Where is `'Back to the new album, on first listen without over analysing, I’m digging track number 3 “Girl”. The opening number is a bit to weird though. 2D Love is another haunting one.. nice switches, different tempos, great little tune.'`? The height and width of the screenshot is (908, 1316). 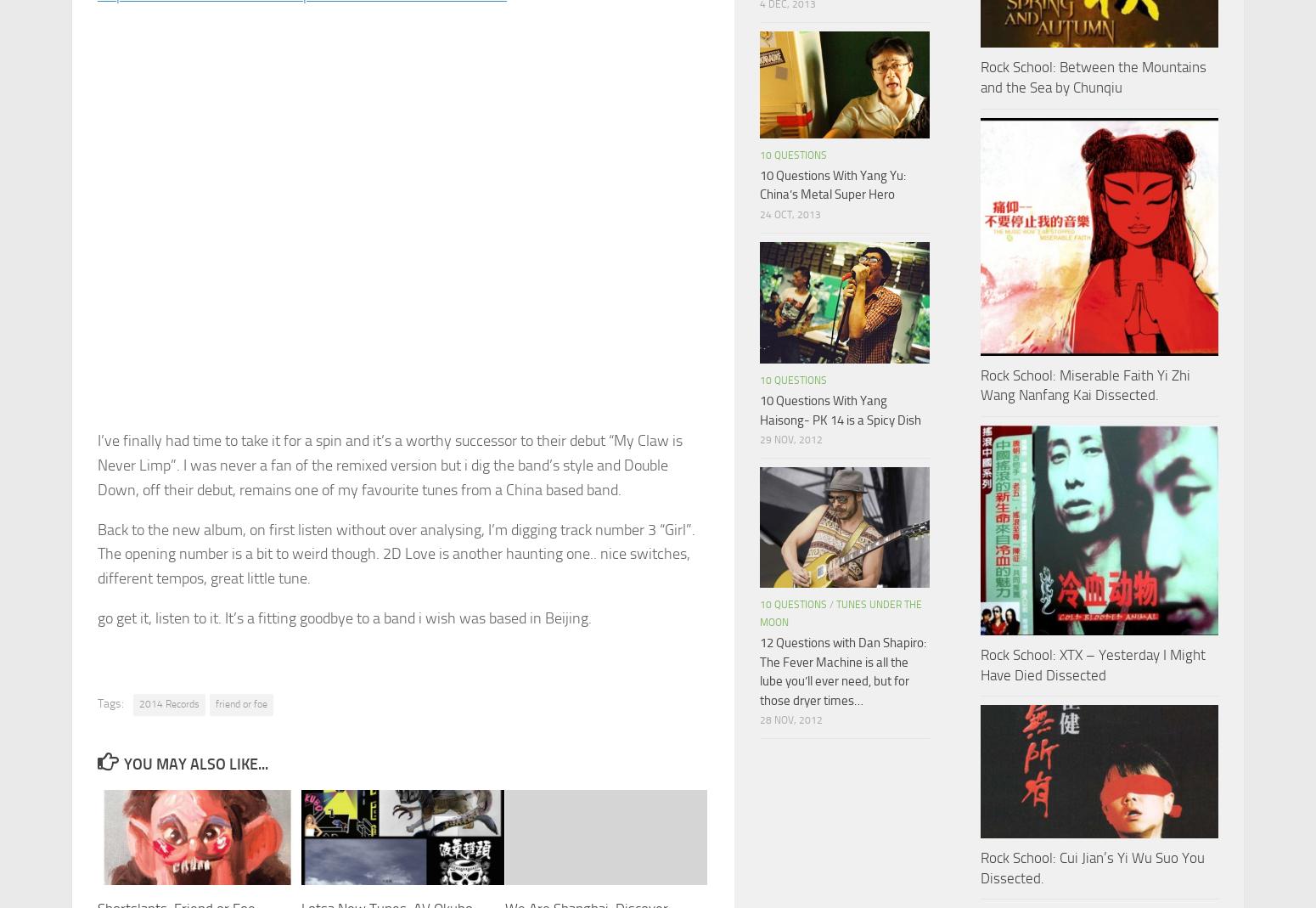 'Back to the new album, on first listen without over analysing, I’m digging track number 3 “Girl”. The opening number is a bit to weird though. 2D Love is another haunting one.. nice switches, different tempos, great little tune.' is located at coordinates (396, 552).